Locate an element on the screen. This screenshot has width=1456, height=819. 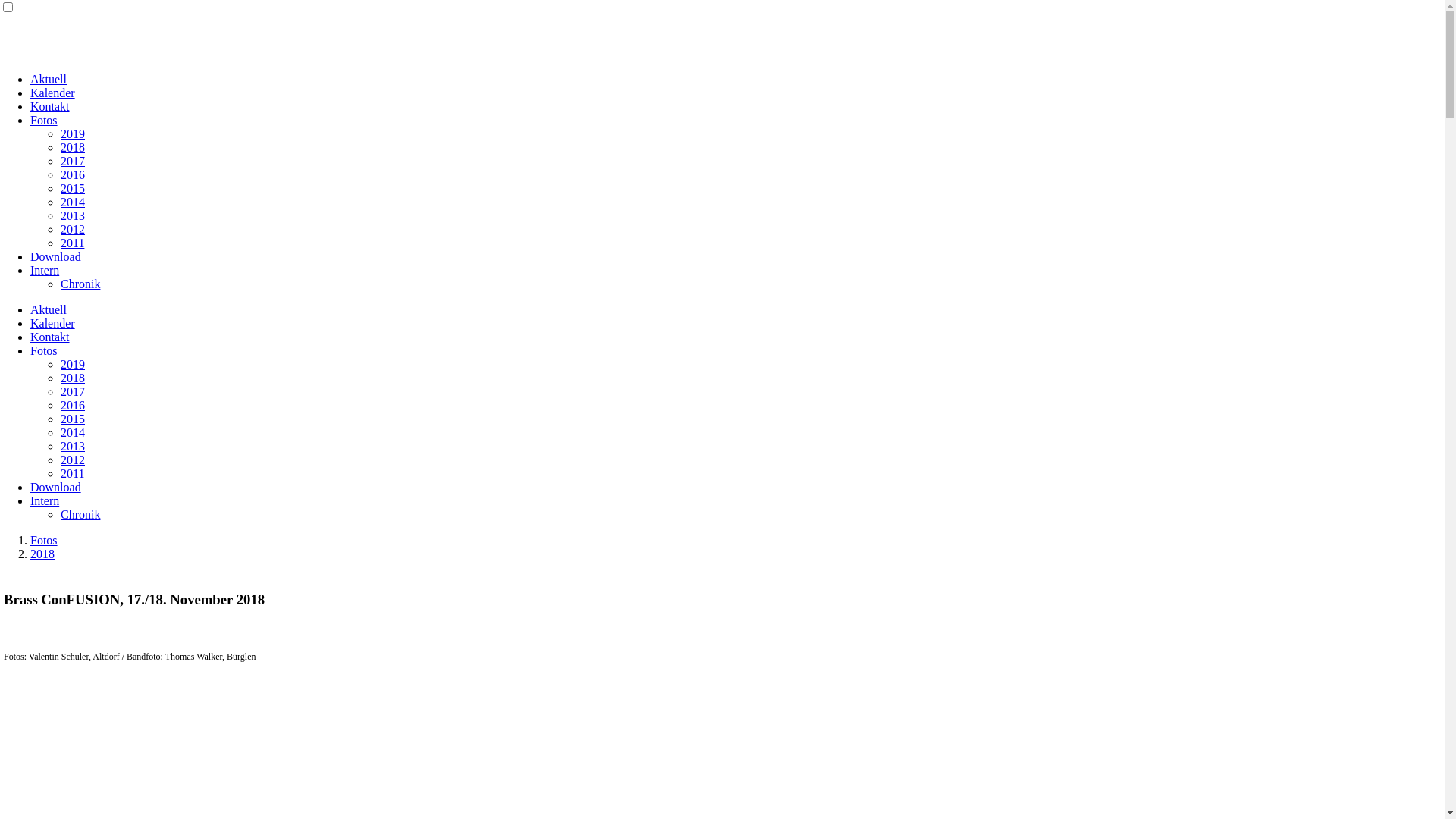
'2018' is located at coordinates (72, 377).